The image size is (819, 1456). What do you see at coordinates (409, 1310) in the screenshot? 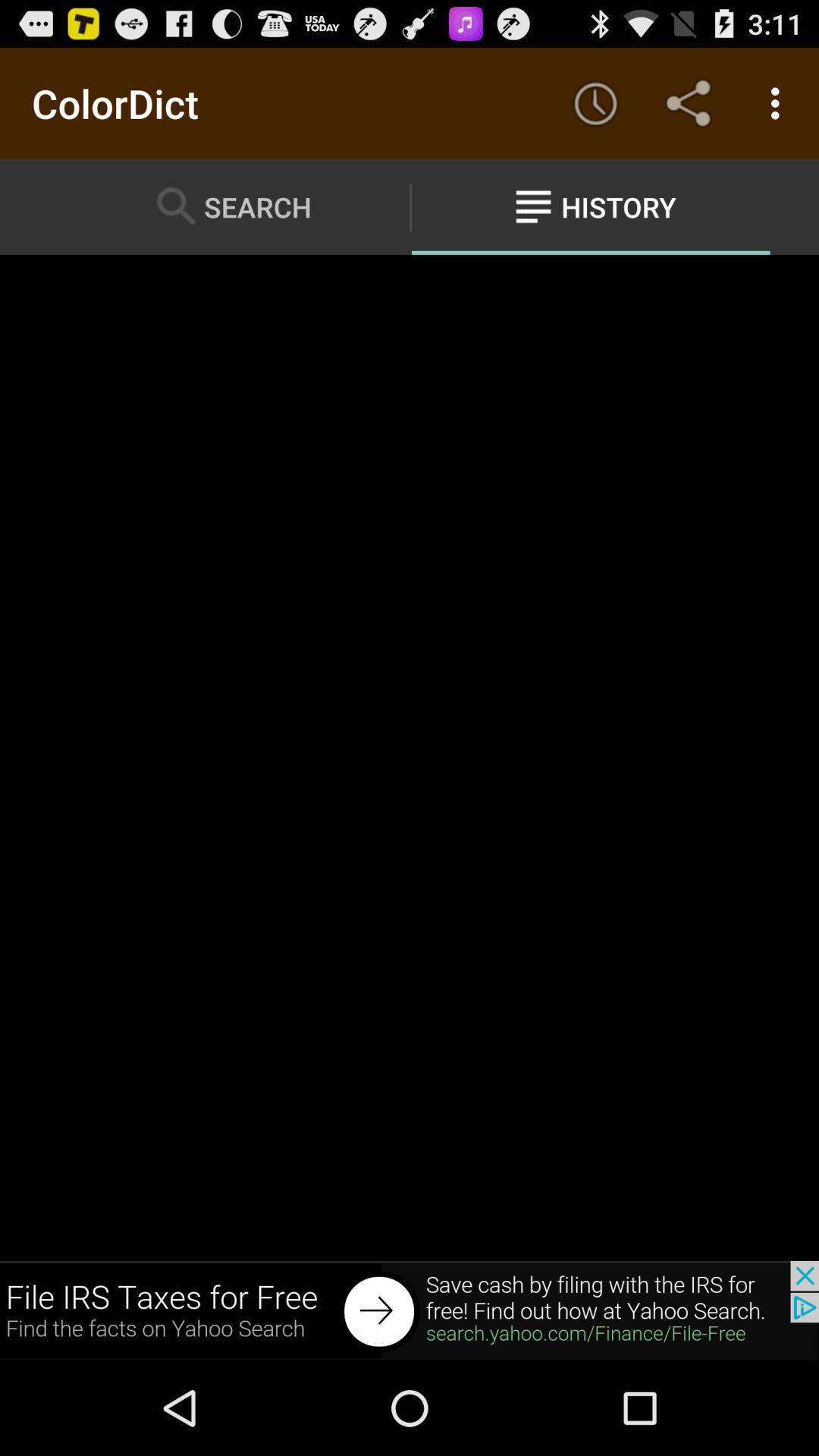
I see `new advertisement go option` at bounding box center [409, 1310].